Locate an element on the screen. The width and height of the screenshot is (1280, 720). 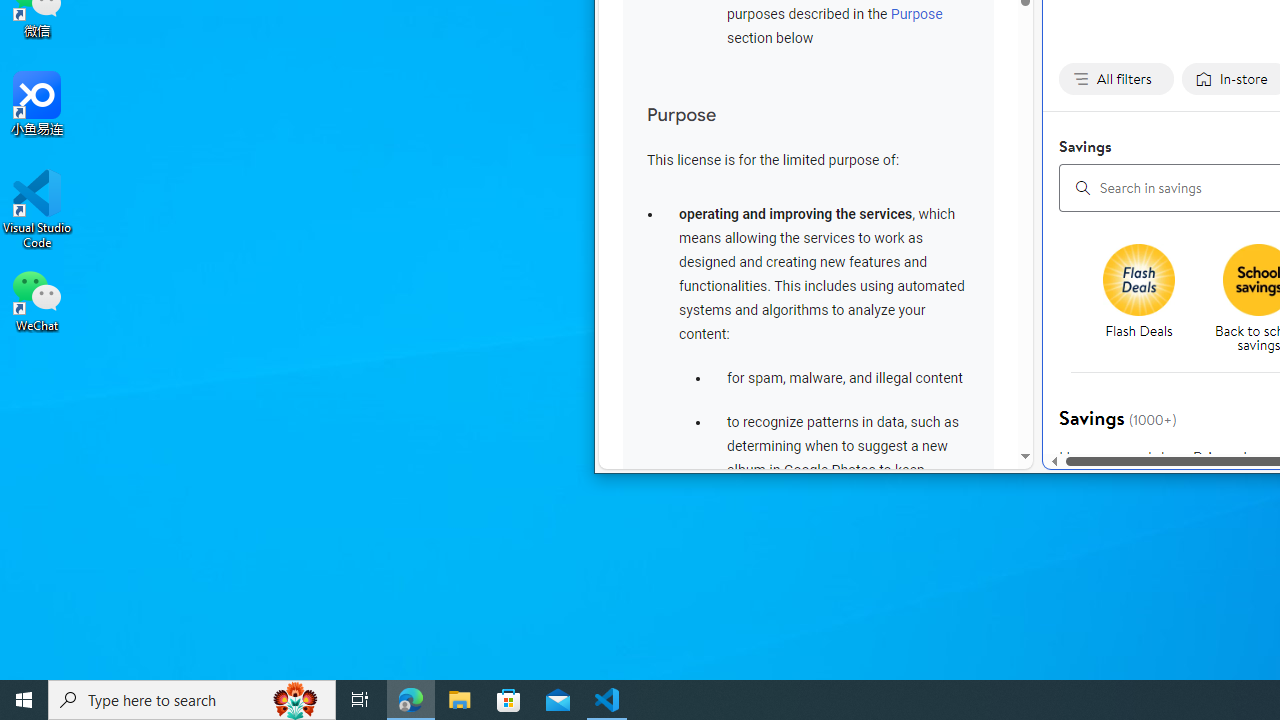
'Type here to search' is located at coordinates (192, 698).